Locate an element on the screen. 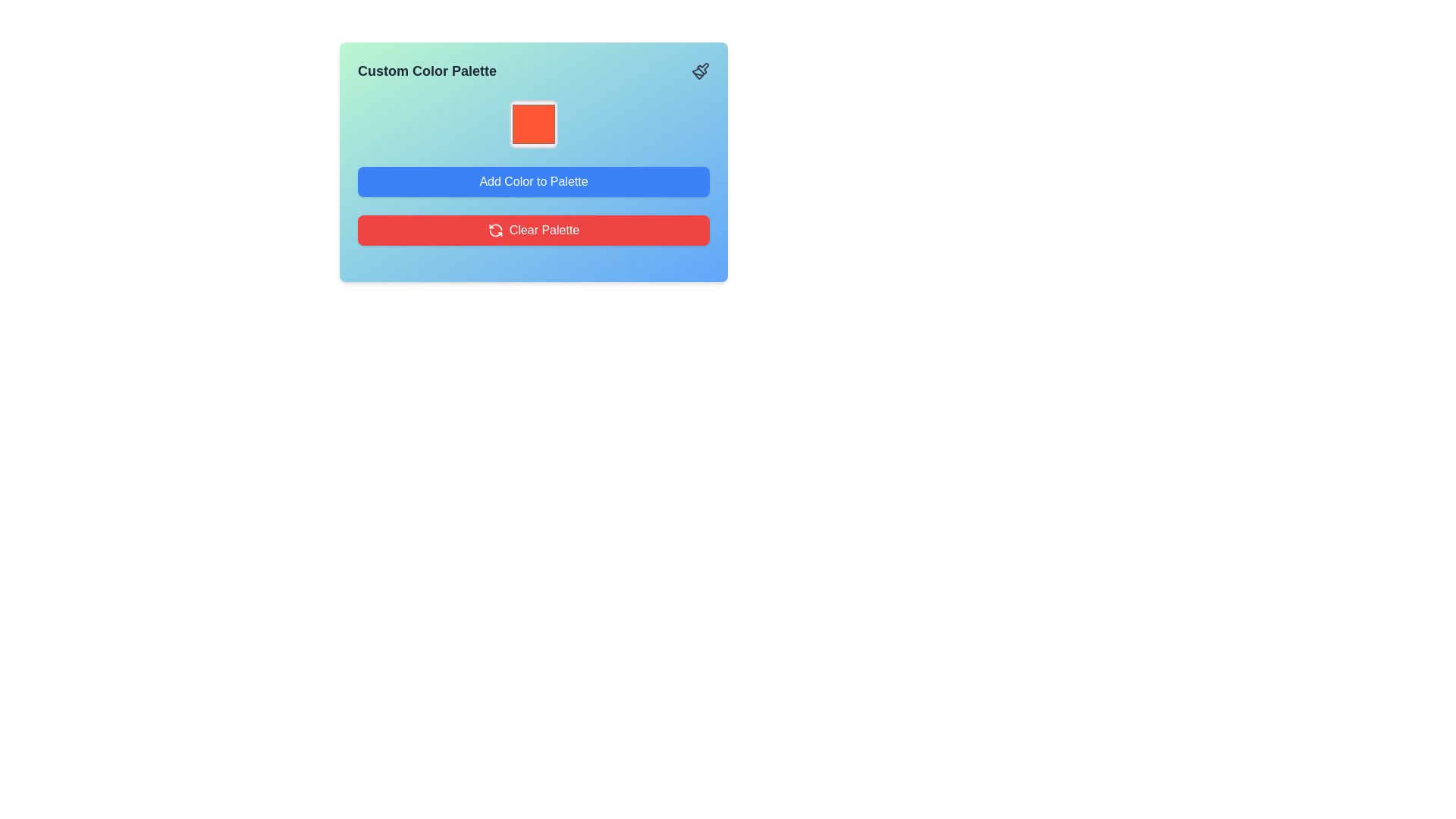  the bright orange color picker swatch located at the top center of the 'Custom Color Palette' card is located at coordinates (534, 124).